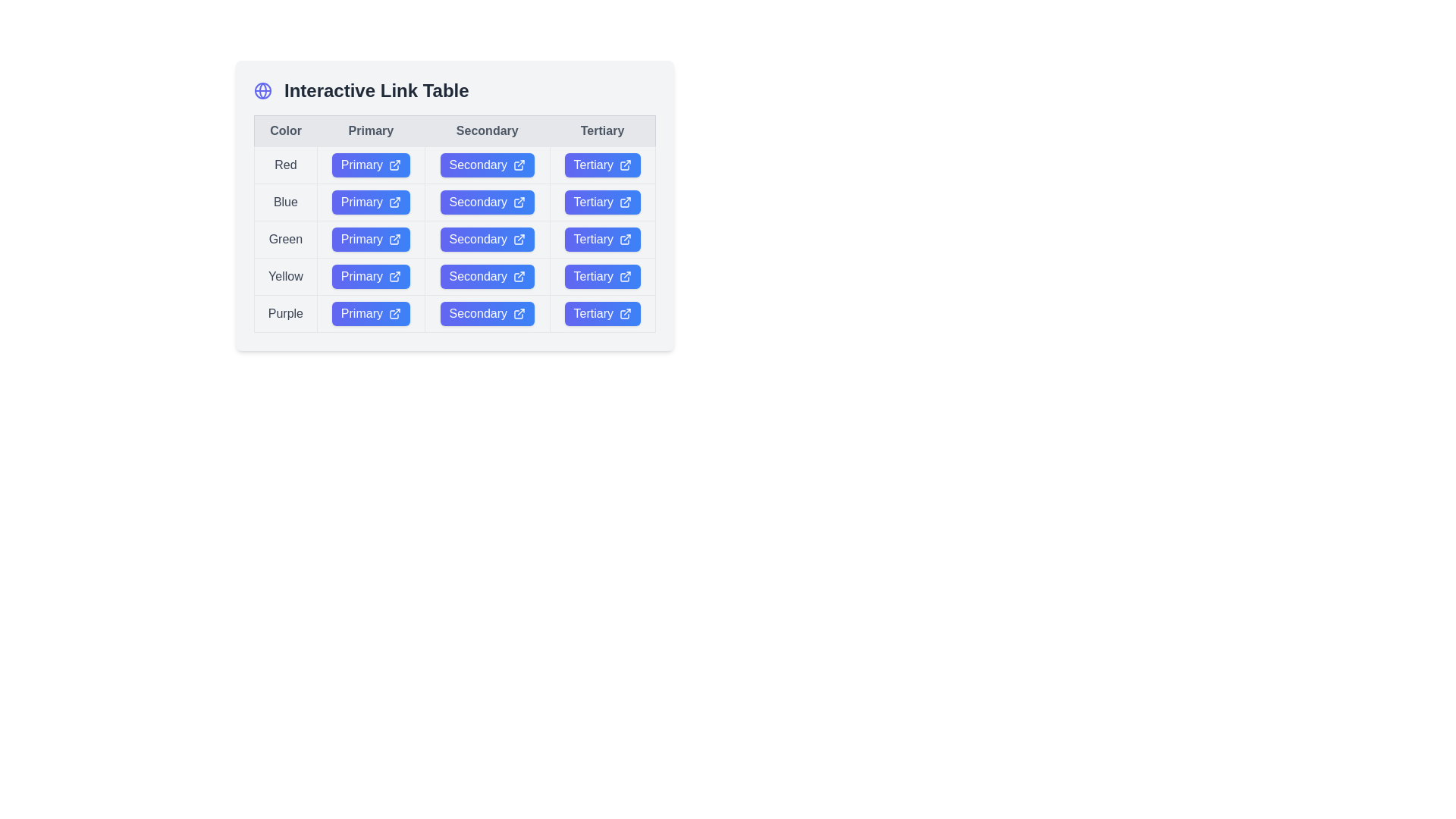  I want to click on the 'Secondary' button in the 'Green' category, so click(487, 239).